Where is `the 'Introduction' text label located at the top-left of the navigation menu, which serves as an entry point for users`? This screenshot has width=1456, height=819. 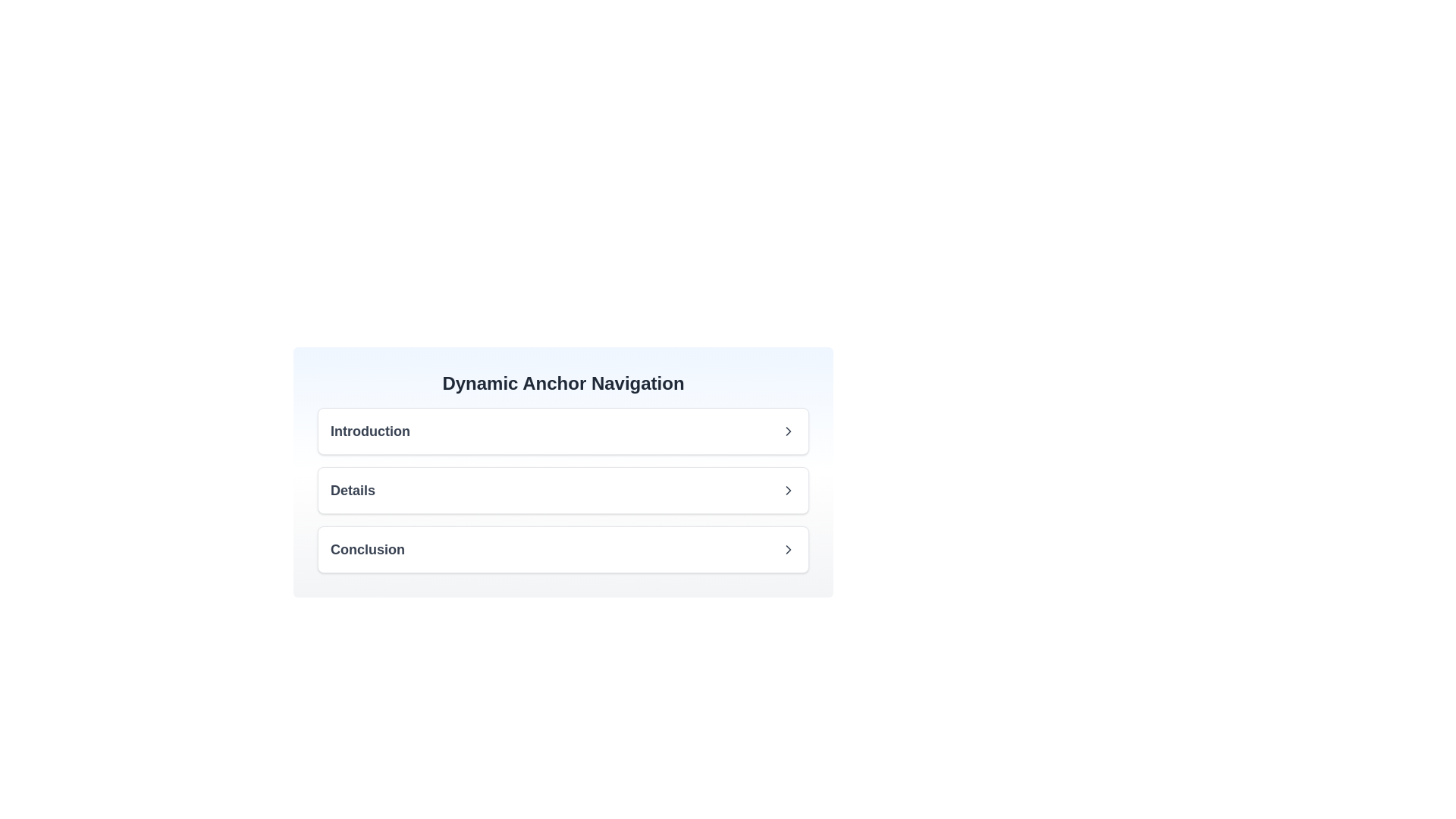
the 'Introduction' text label located at the top-left of the navigation menu, which serves as an entry point for users is located at coordinates (370, 431).